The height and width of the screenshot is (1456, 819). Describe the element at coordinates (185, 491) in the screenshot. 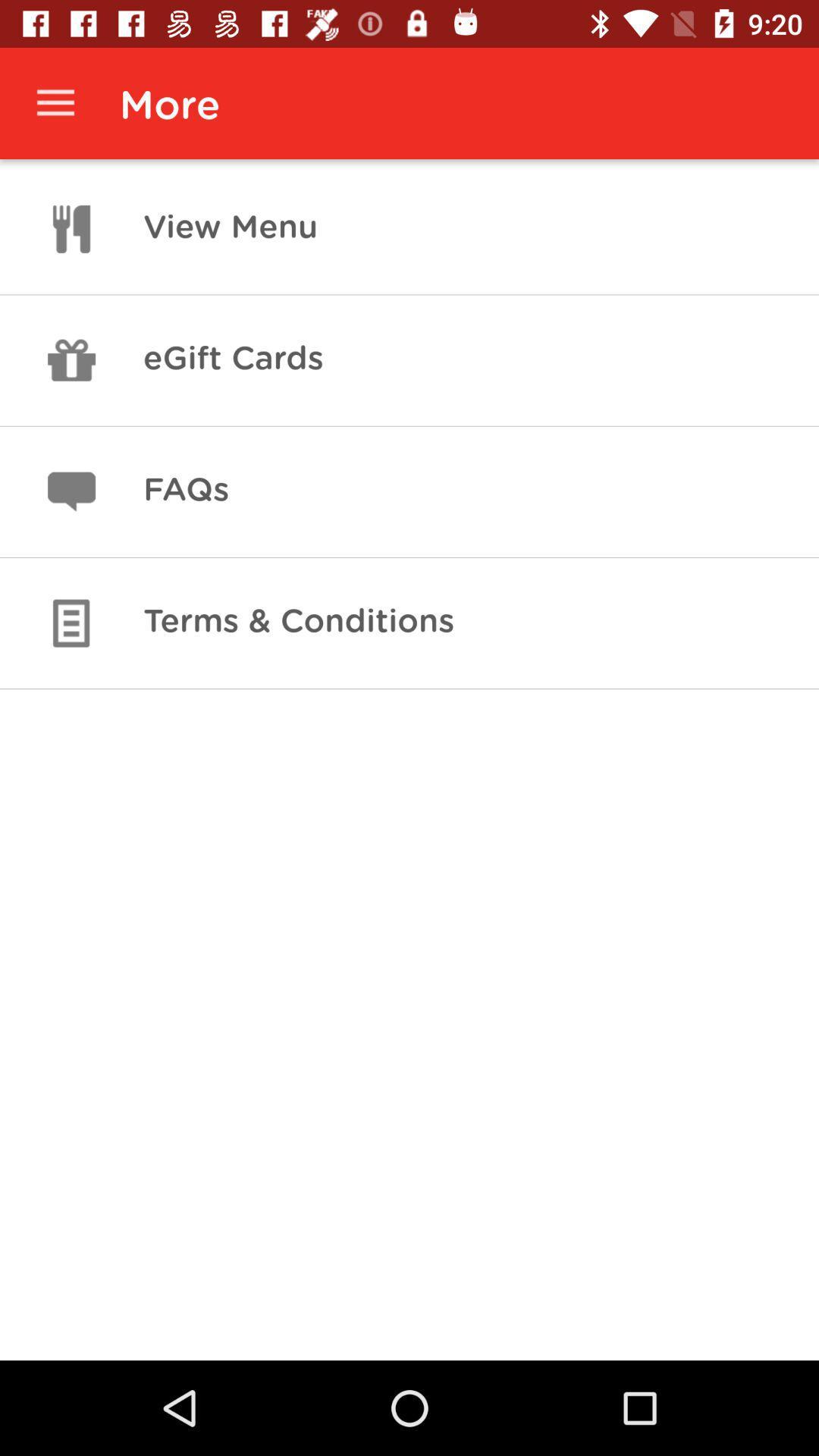

I see `the icon below the egift cards item` at that location.